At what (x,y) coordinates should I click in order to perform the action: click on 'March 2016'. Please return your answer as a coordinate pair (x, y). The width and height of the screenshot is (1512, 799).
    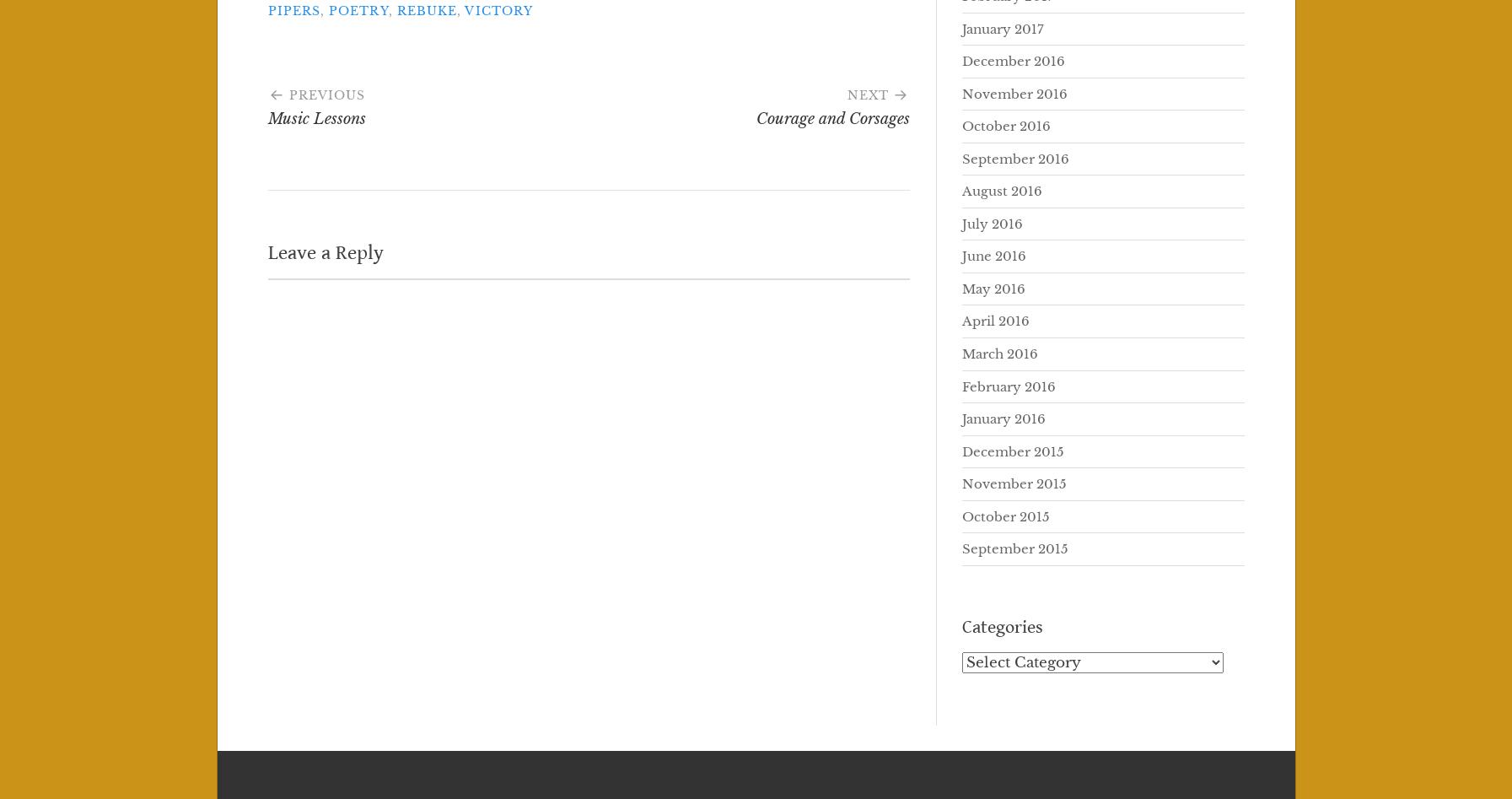
    Looking at the image, I should click on (998, 354).